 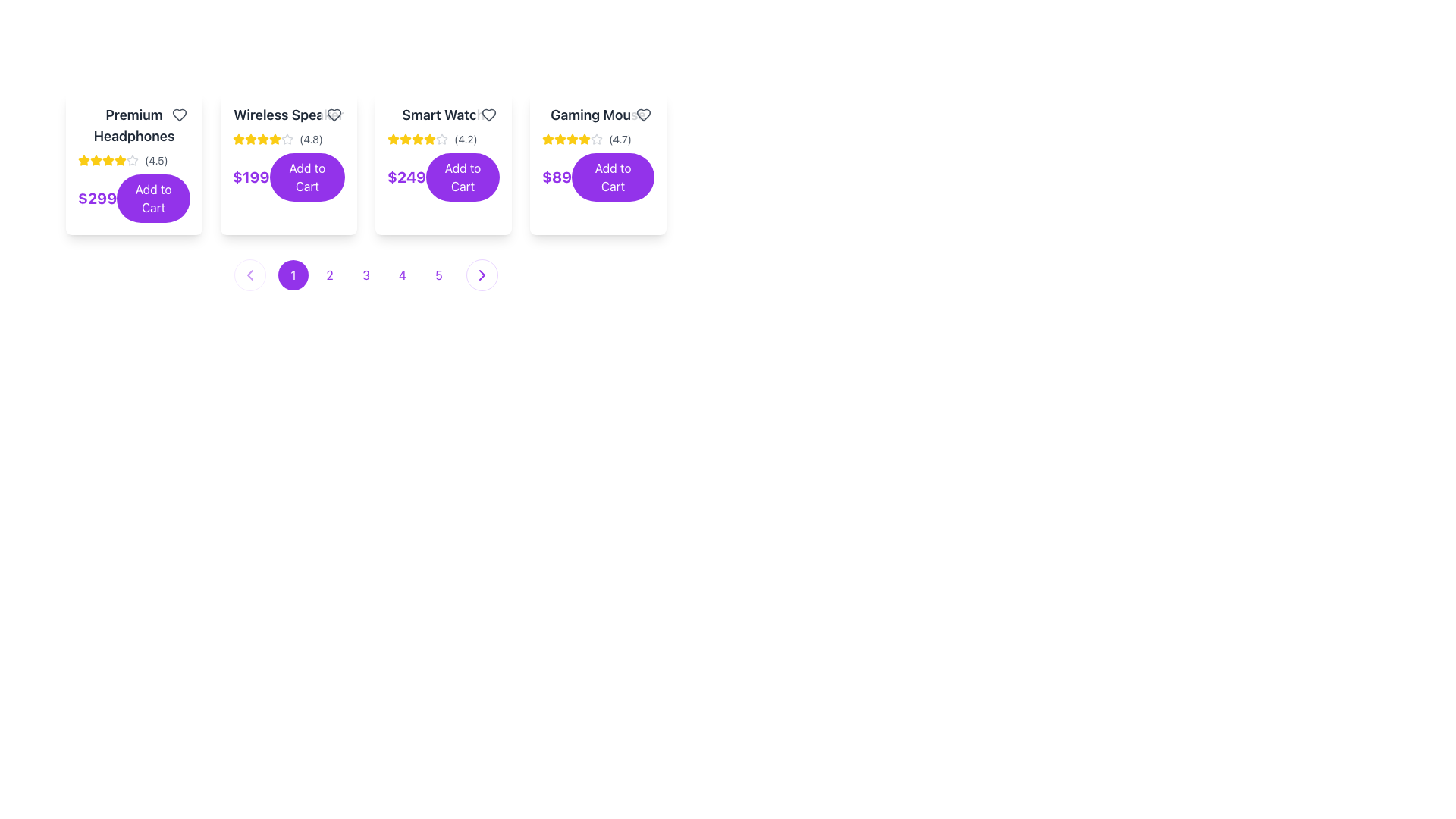 What do you see at coordinates (262, 140) in the screenshot?
I see `the fifth star in the interactive rating system for the 'Wireless Speaker' product, which visually signifies part of the rating value` at bounding box center [262, 140].